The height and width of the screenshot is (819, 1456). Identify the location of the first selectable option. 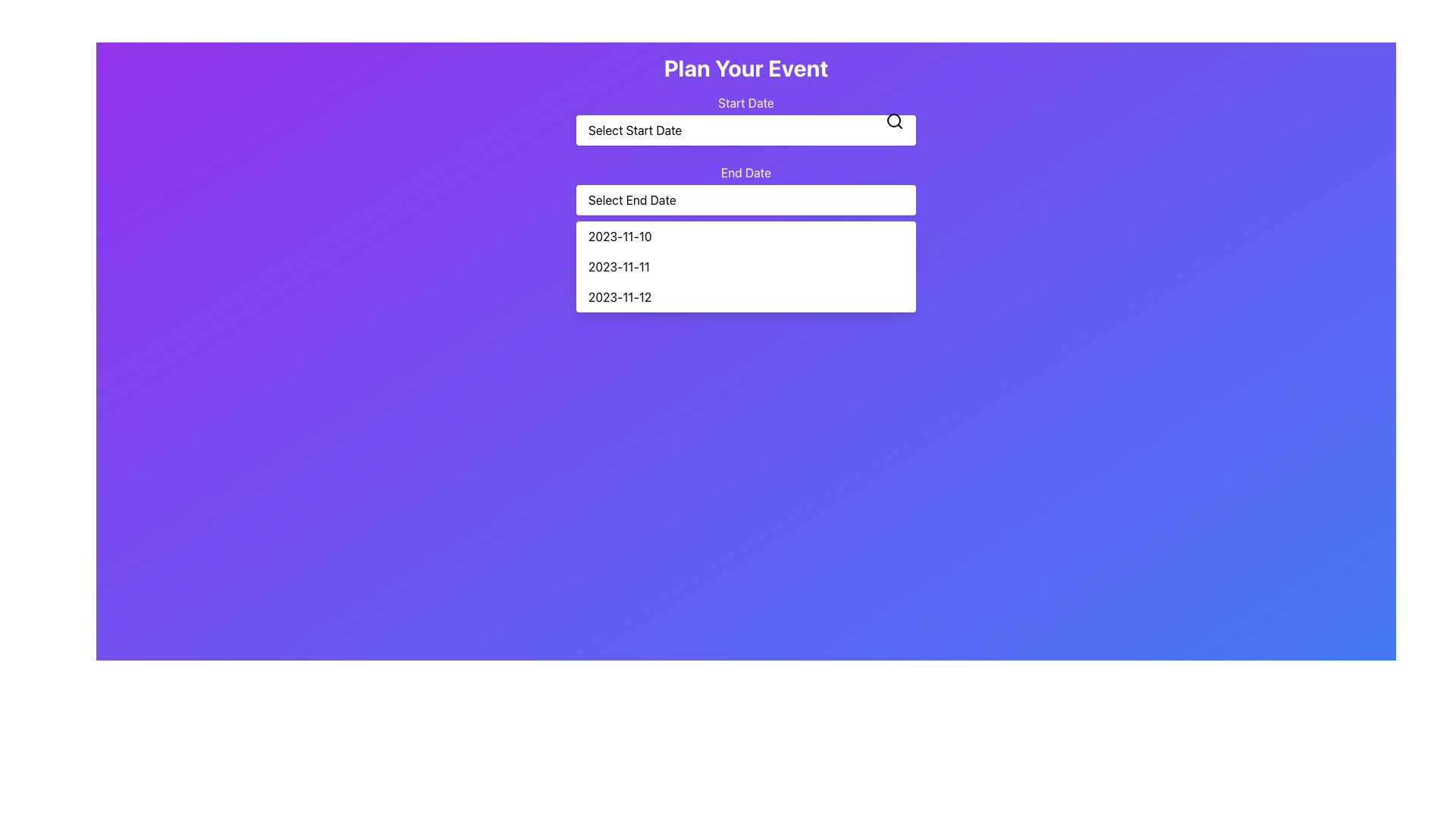
(745, 237).